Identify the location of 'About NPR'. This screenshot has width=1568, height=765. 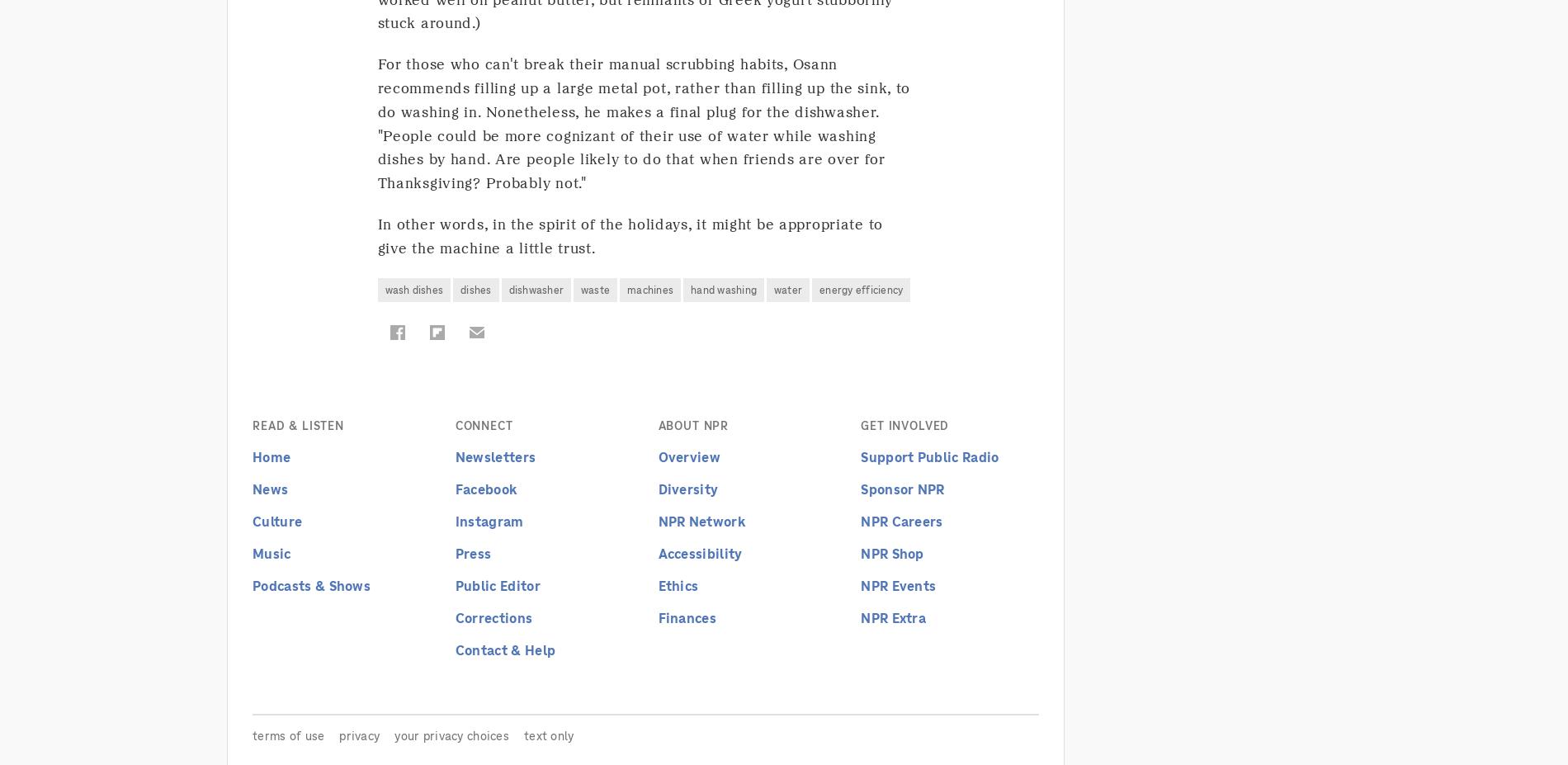
(692, 425).